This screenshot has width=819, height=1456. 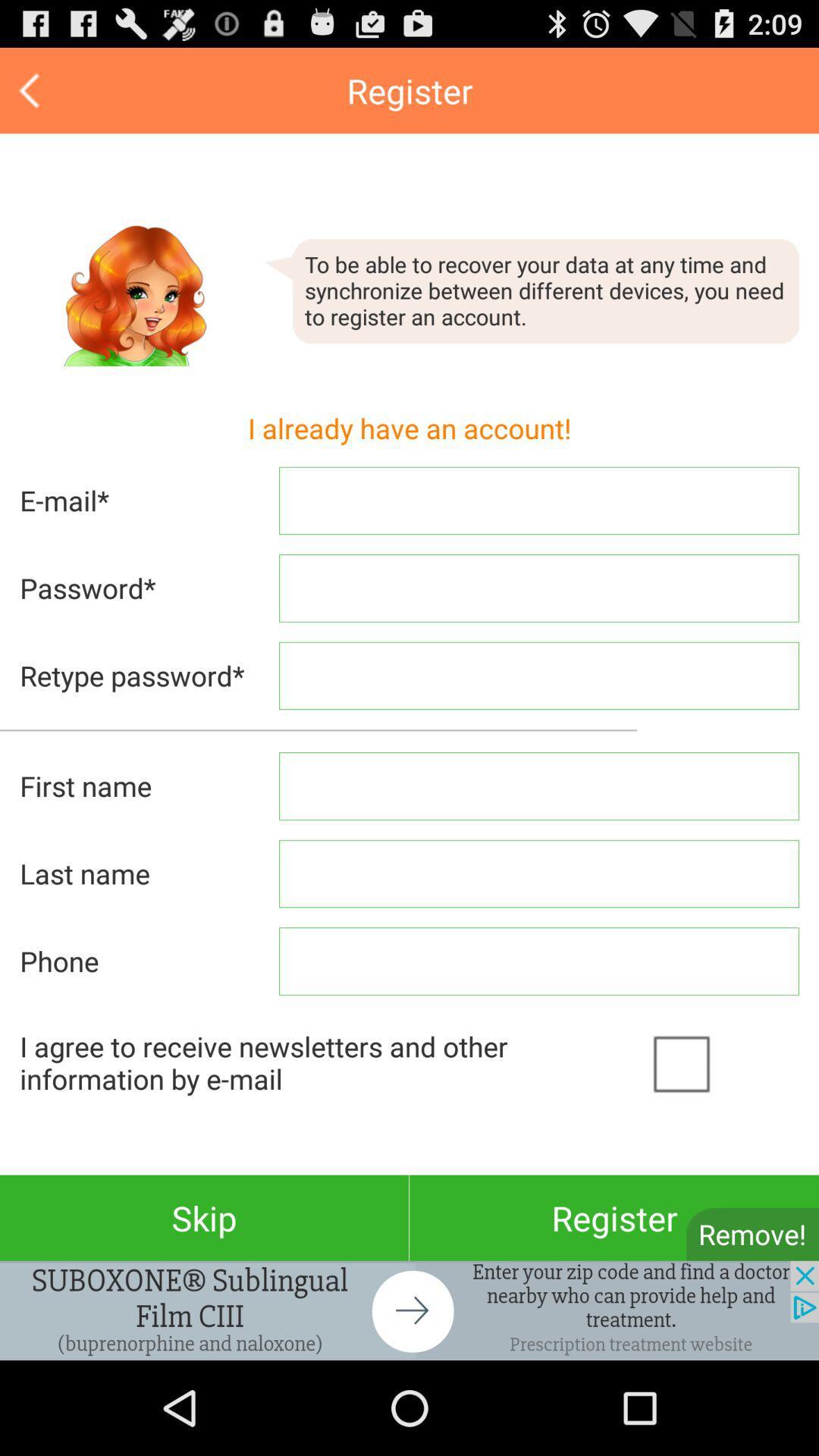 What do you see at coordinates (31, 96) in the screenshot?
I see `the arrow_backward icon` at bounding box center [31, 96].